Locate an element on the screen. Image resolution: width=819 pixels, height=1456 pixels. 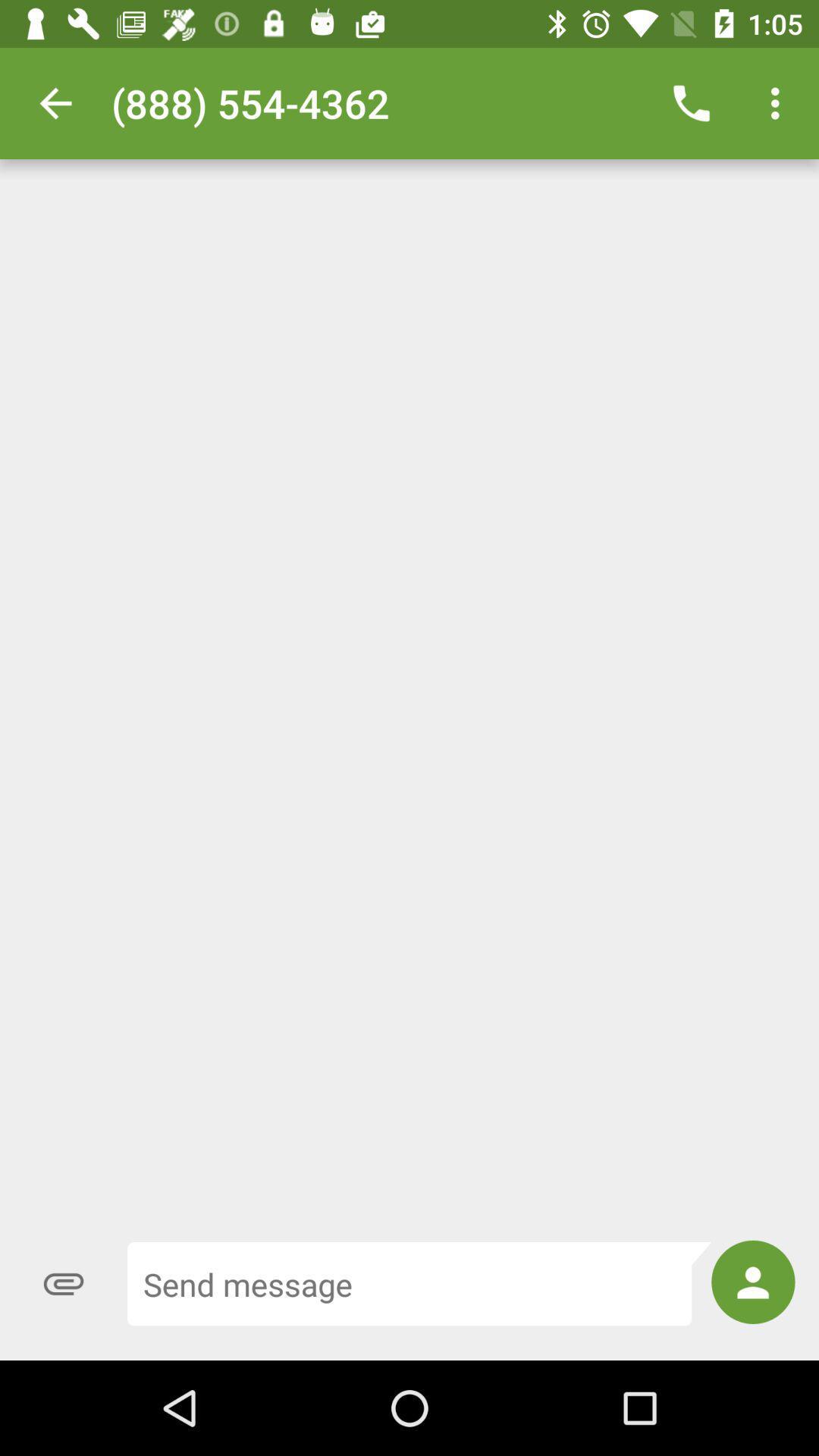
icon at the bottom left corner is located at coordinates (63, 1283).